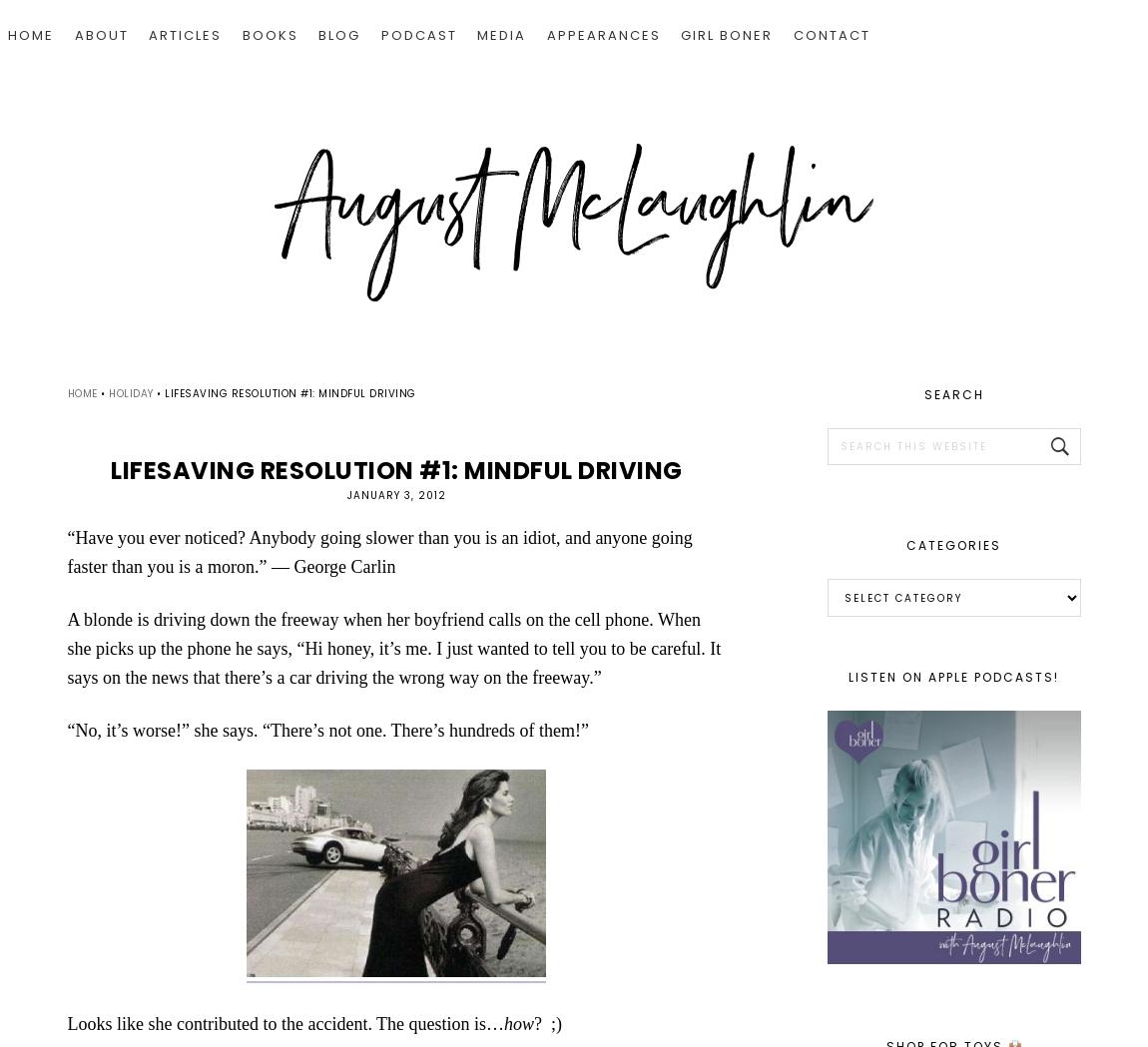 The width and height of the screenshot is (1148, 1047). I want to click on 'BIO', so click(102, 101).